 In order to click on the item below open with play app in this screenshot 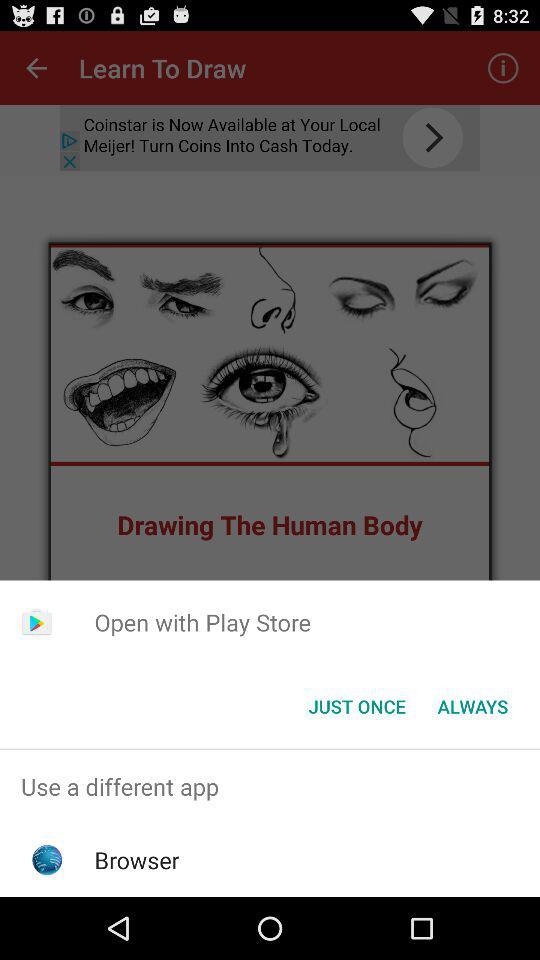, I will do `click(472, 706)`.